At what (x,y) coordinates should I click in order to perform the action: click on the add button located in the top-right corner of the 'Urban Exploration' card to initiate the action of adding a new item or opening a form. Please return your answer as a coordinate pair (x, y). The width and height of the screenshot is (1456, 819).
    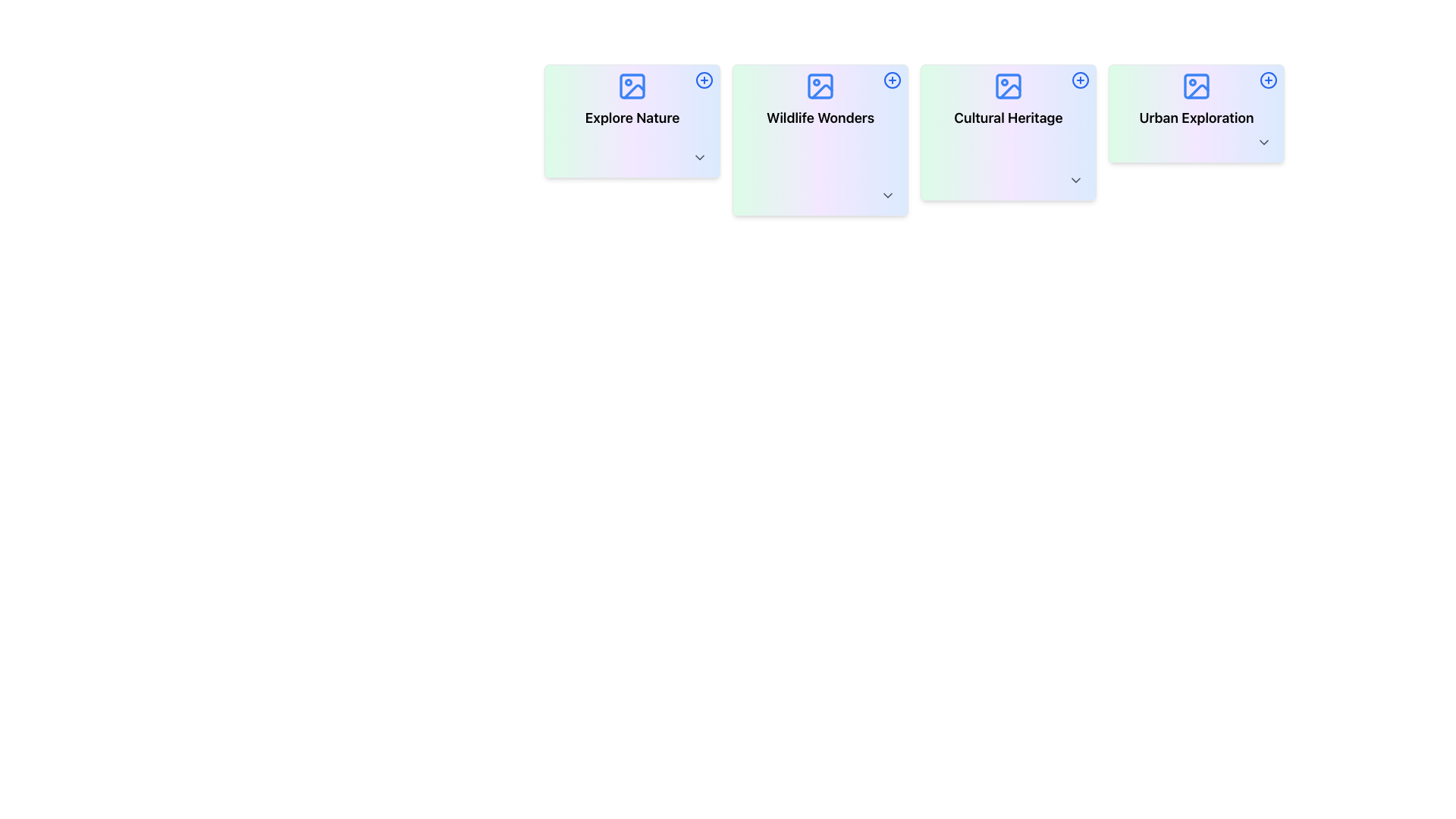
    Looking at the image, I should click on (1269, 80).